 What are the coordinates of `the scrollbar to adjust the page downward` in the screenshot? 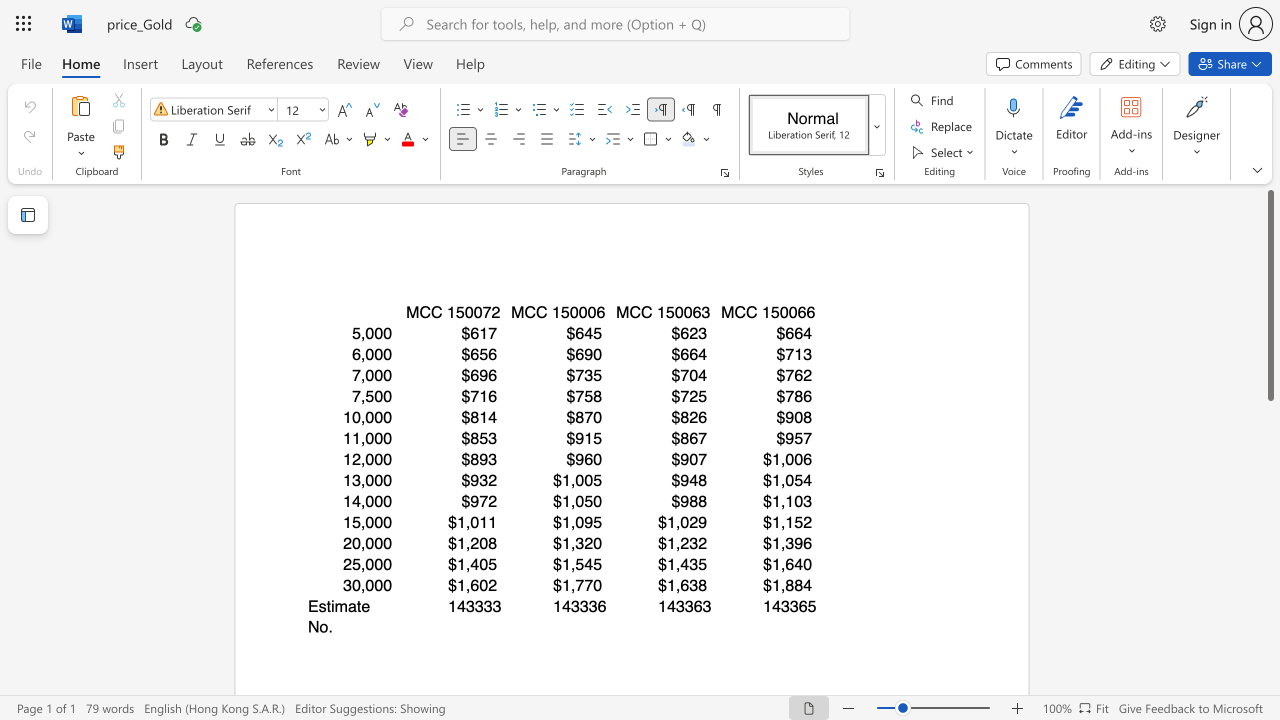 It's located at (1269, 580).